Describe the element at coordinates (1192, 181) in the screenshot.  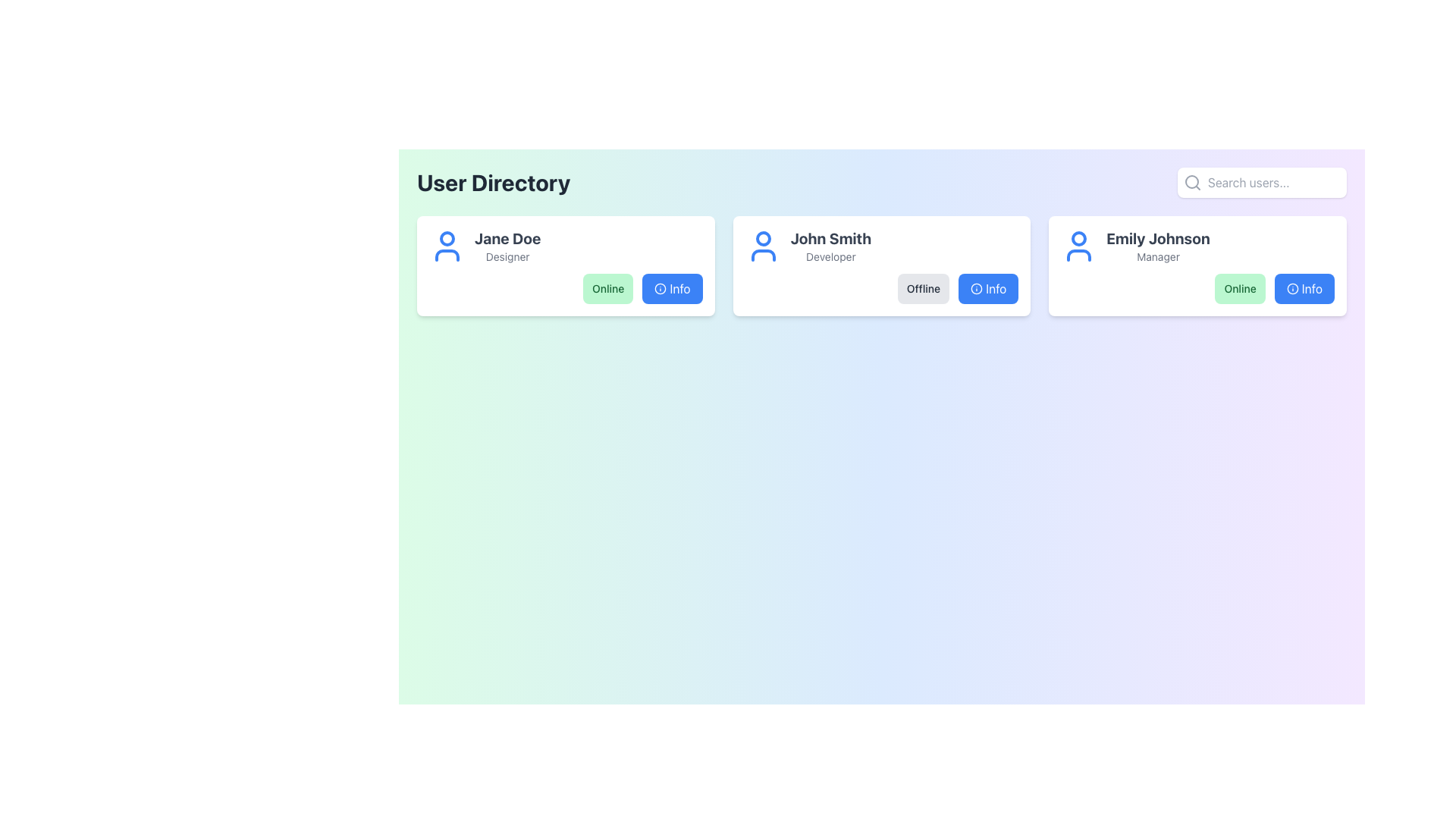
I see `the magnifying glass icon representing the search functionality, which is located at the start of the search input field` at that location.